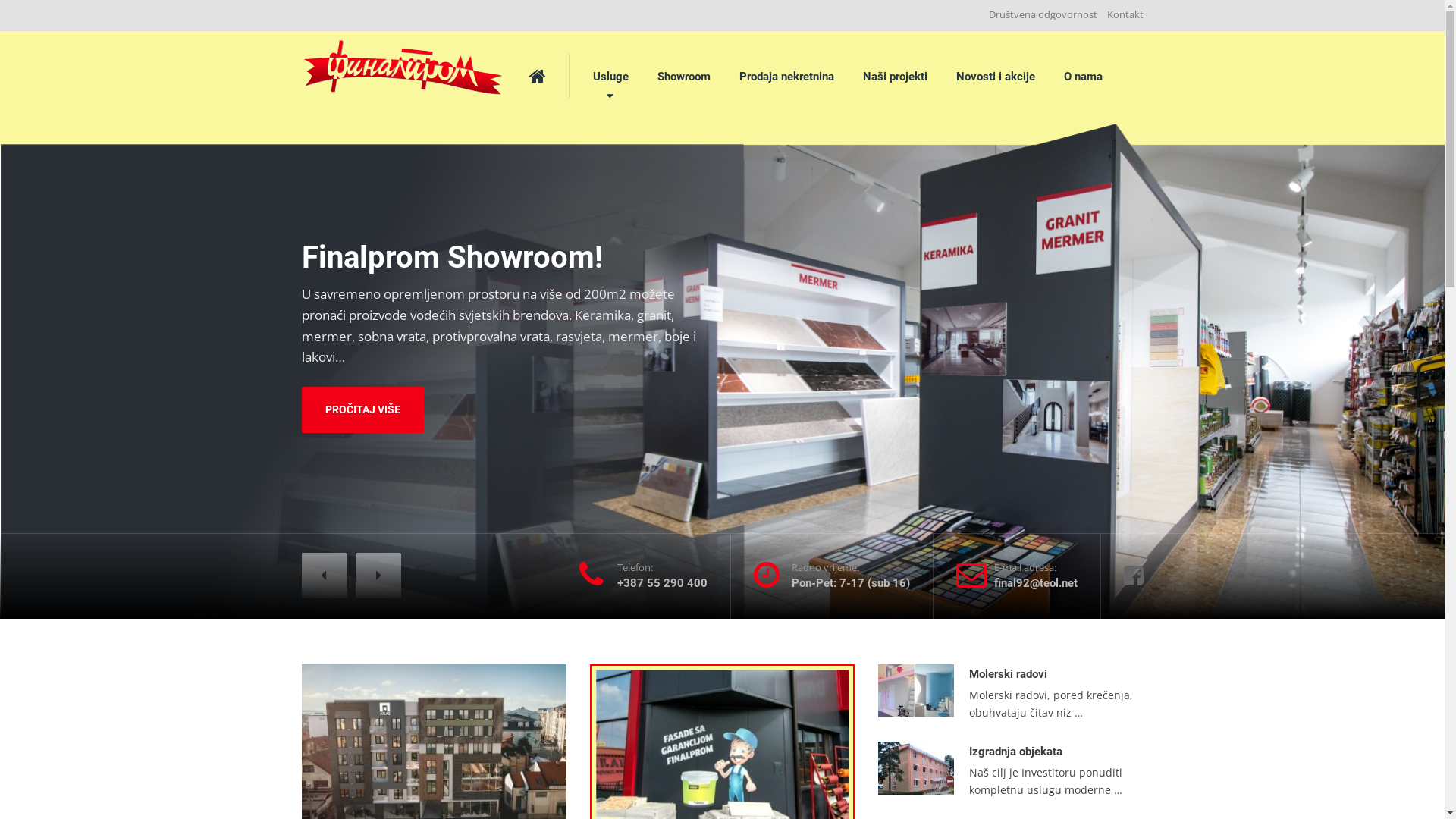 Image resolution: width=1456 pixels, height=819 pixels. Describe the element at coordinates (996, 76) in the screenshot. I see `'Novosti i akcije'` at that location.